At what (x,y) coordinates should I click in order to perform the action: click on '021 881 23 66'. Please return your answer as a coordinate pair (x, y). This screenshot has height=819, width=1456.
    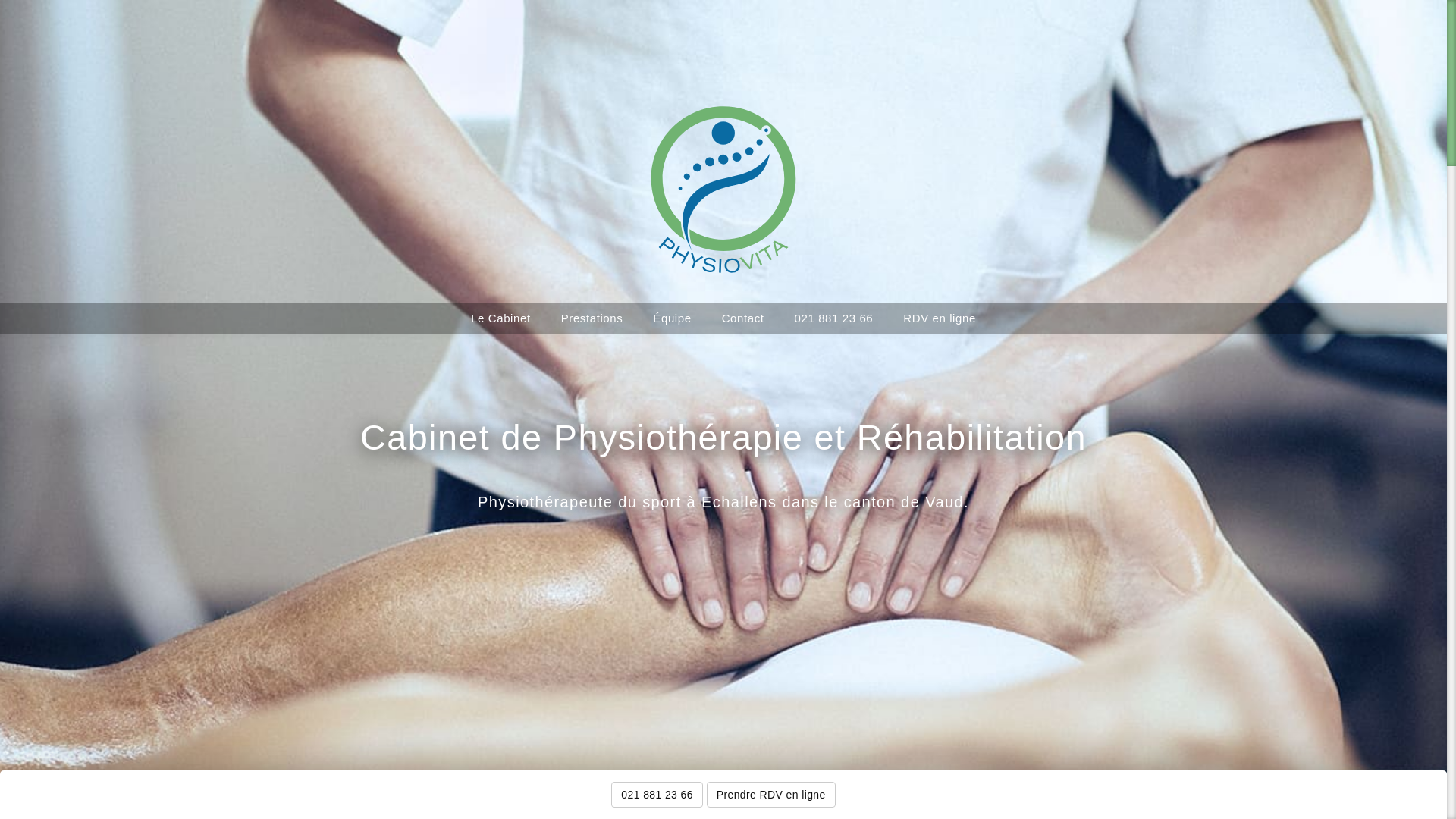
    Looking at the image, I should click on (611, 794).